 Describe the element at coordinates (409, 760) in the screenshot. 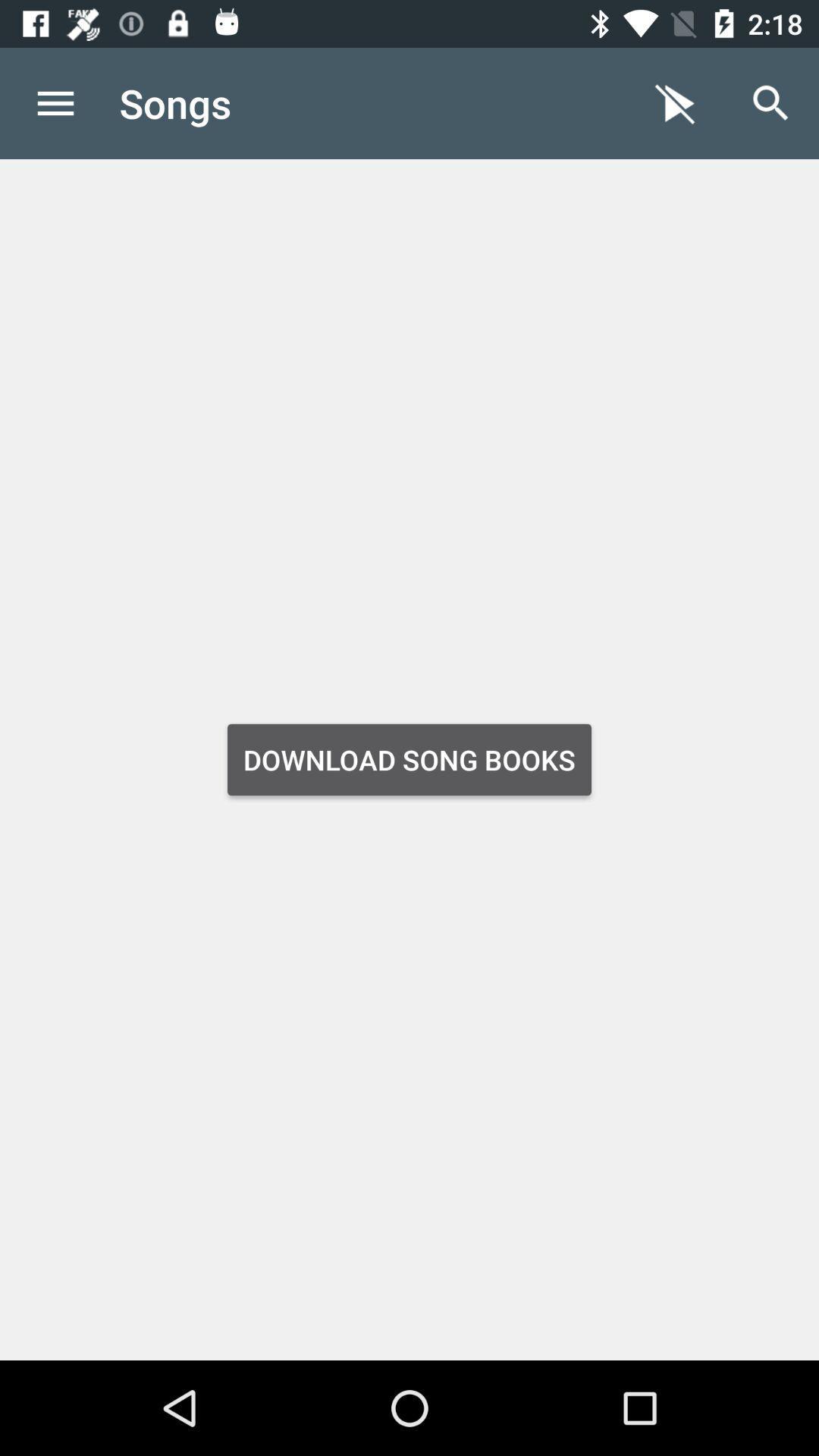

I see `the icon at the center` at that location.